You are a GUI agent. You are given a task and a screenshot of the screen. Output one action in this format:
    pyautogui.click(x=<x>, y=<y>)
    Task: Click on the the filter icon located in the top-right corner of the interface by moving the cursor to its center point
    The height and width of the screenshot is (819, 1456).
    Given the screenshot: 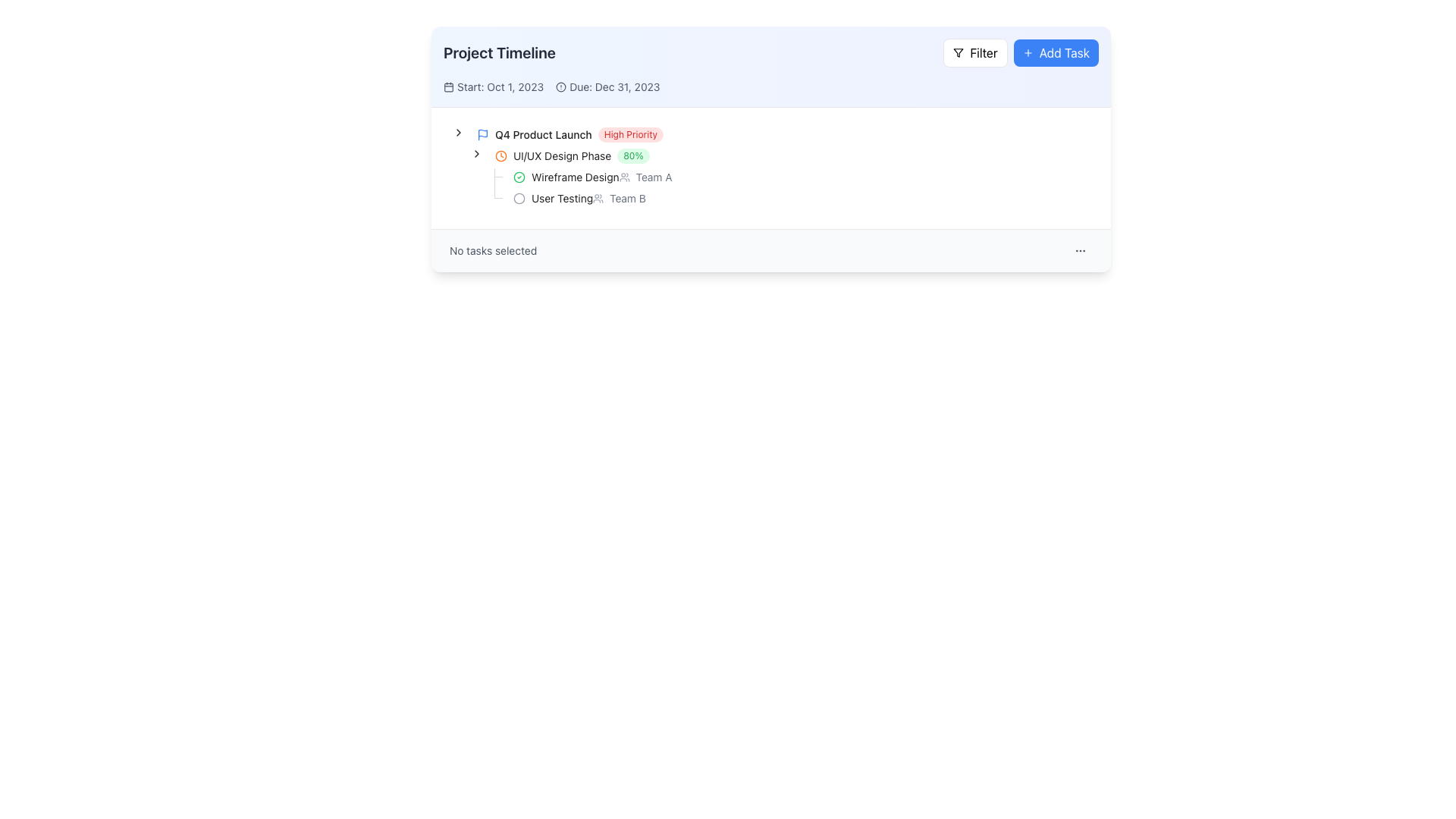 What is the action you would take?
    pyautogui.click(x=958, y=52)
    